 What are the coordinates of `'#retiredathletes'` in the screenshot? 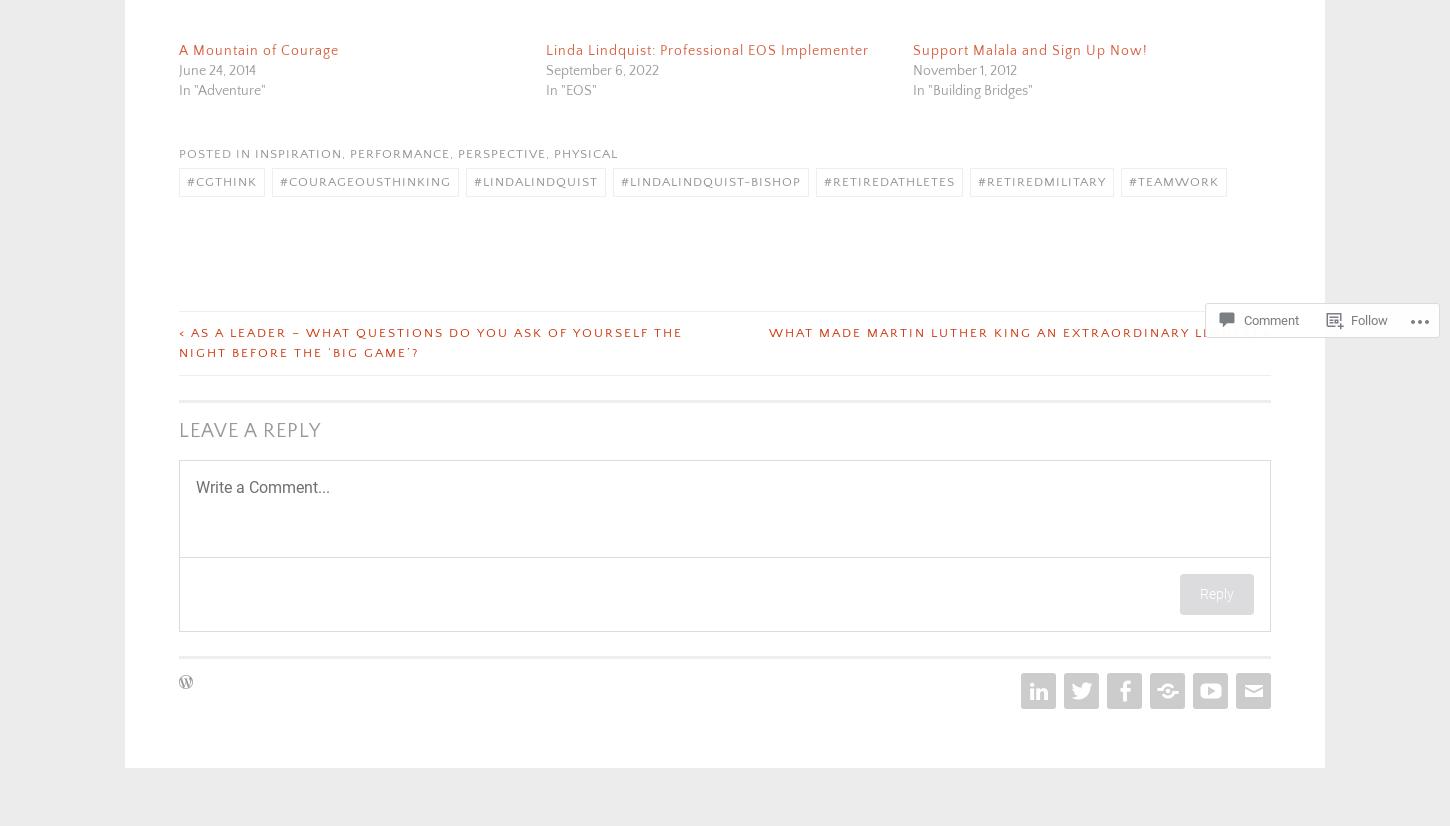 It's located at (888, 181).